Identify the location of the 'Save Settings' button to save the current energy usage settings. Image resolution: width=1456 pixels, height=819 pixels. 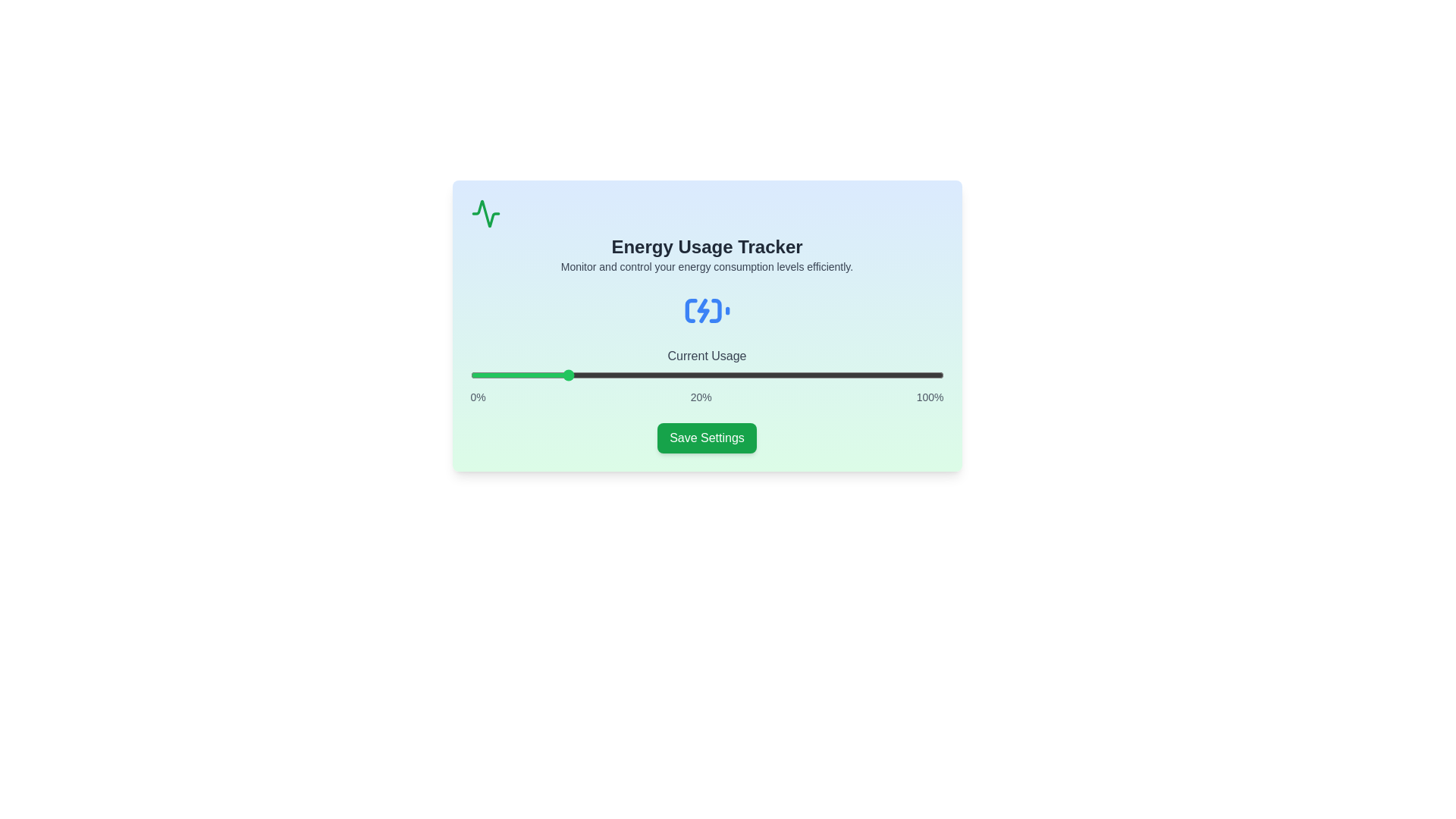
(706, 438).